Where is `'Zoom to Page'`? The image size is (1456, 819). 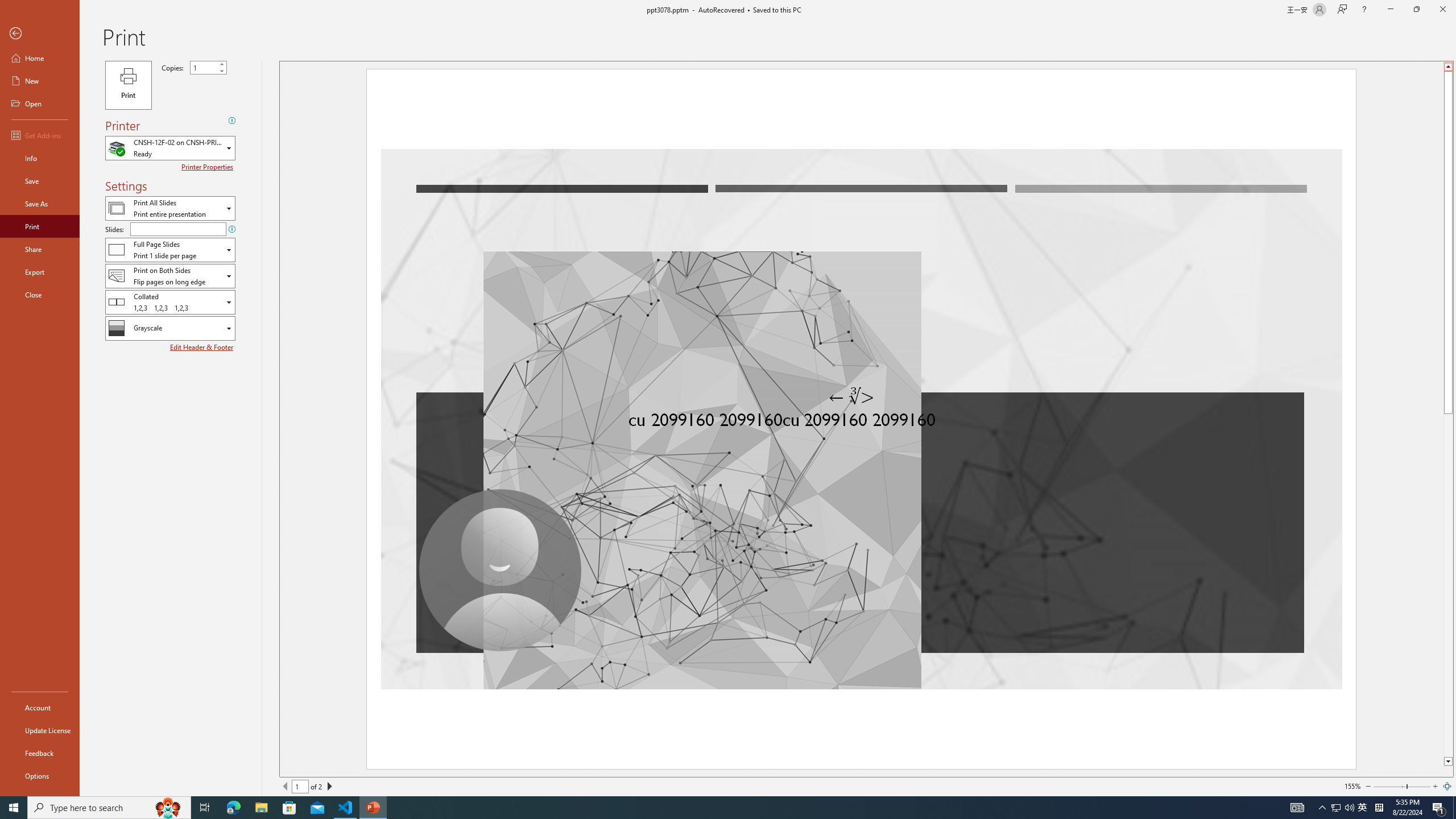
'Zoom to Page' is located at coordinates (1446, 786).